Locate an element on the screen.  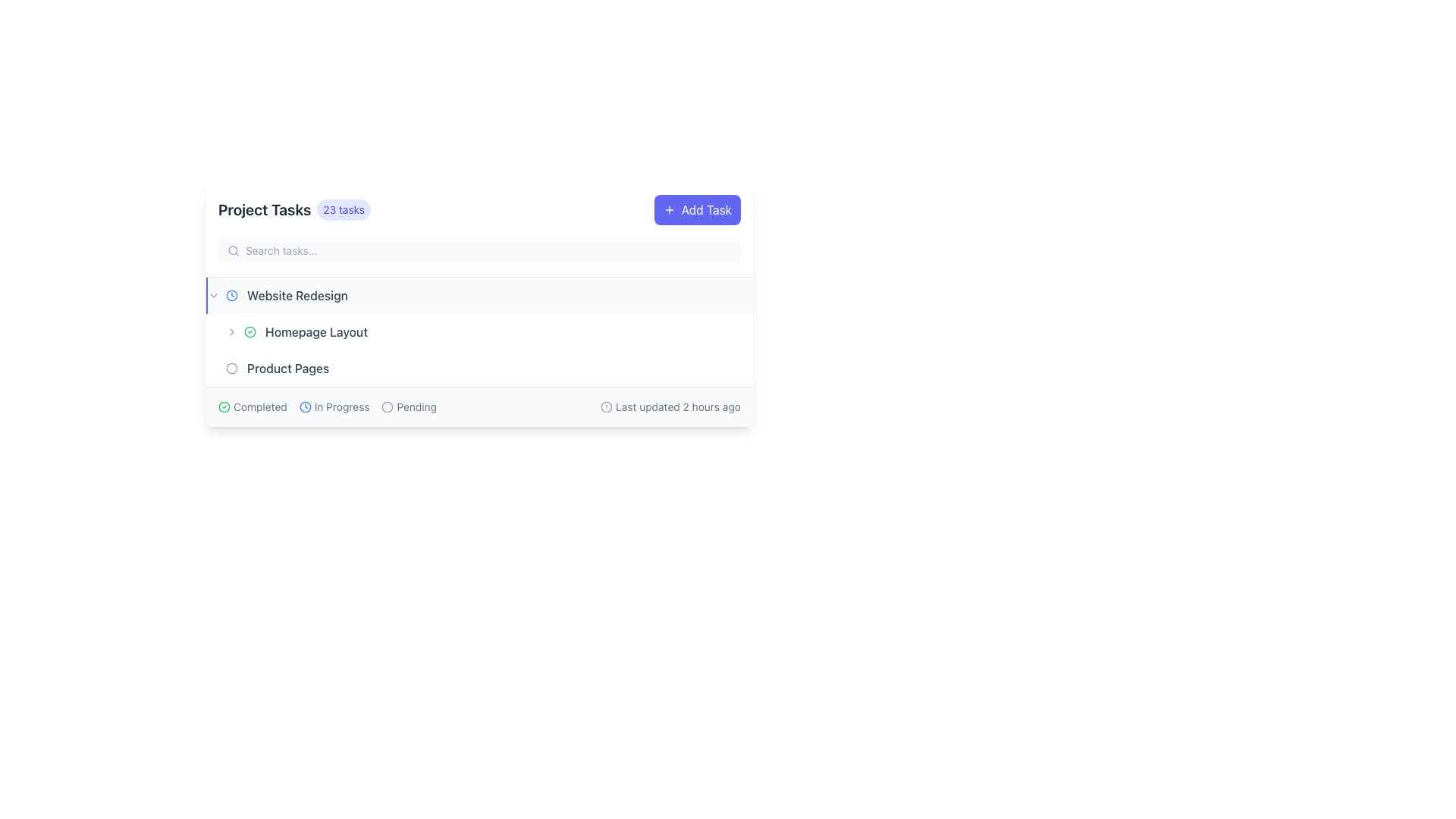
the universal search icon represented by a magnifying glass, which is located inside the search input field before the placeholder text 'Search tasks...' and aligned to the left side under the header 'Project Tasks' is located at coordinates (232, 250).